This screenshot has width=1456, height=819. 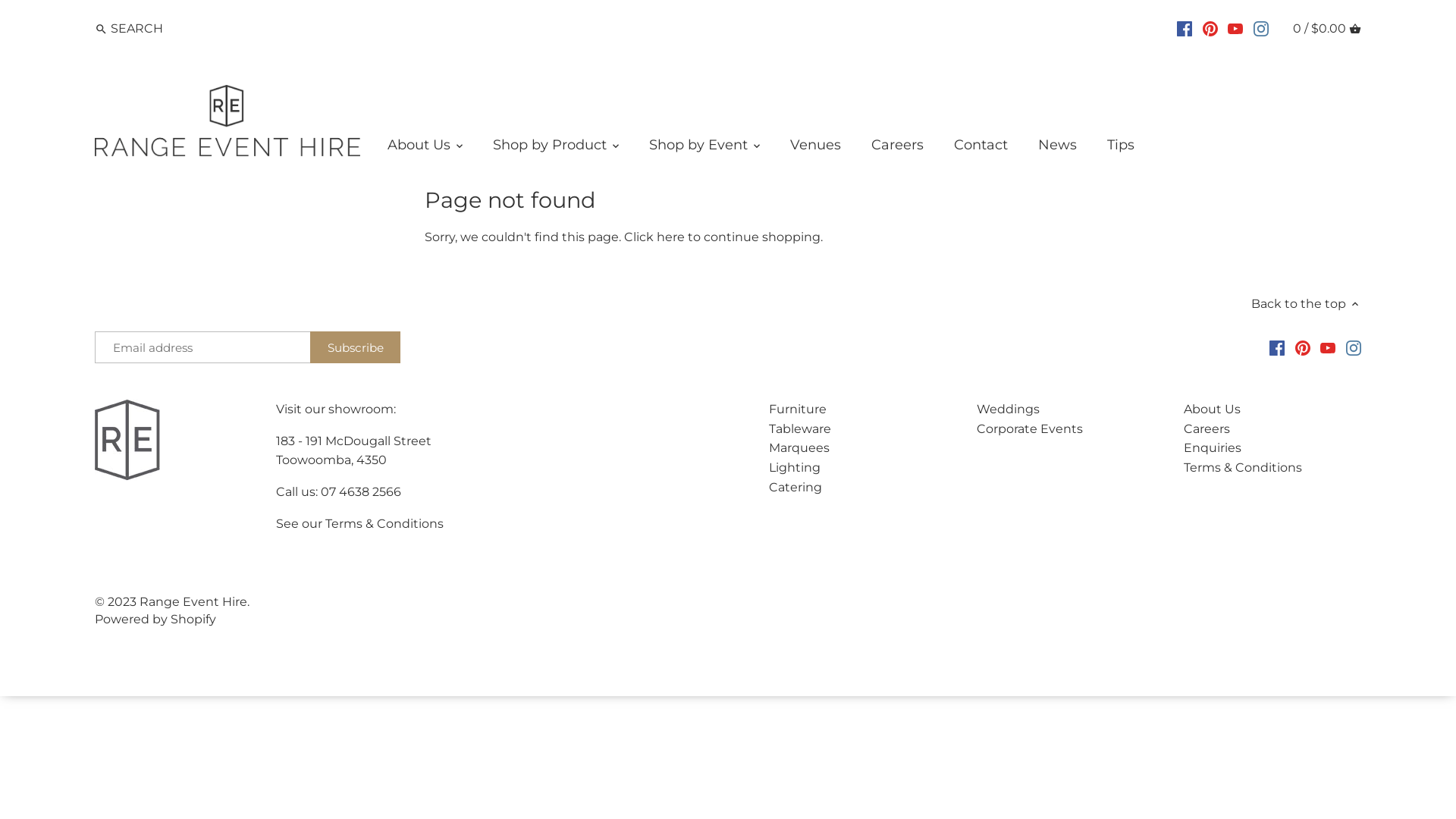 What do you see at coordinates (796, 408) in the screenshot?
I see `'Furniture'` at bounding box center [796, 408].